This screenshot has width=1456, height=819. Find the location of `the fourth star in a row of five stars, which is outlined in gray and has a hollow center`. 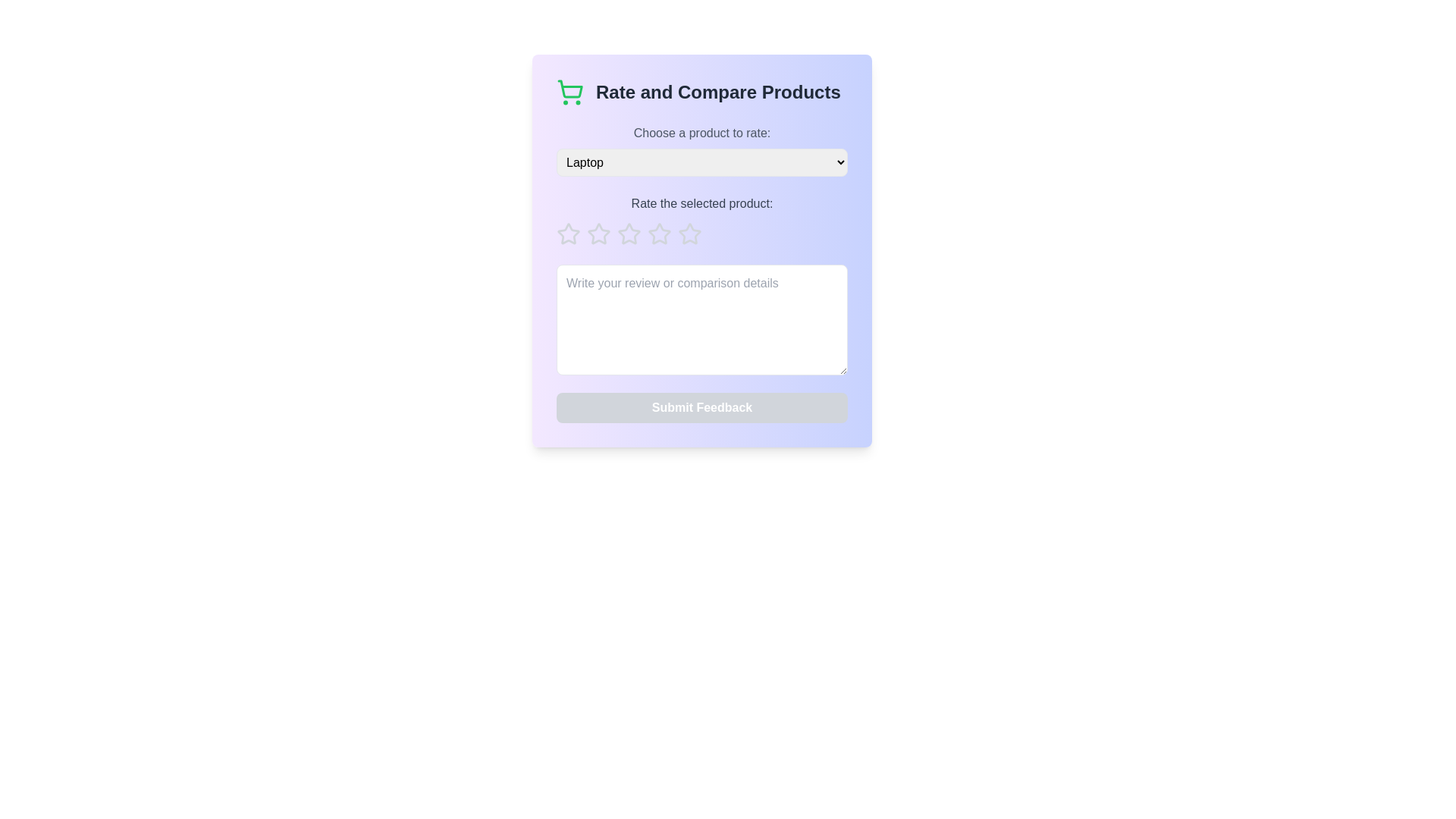

the fourth star in a row of five stars, which is outlined in gray and has a hollow center is located at coordinates (659, 234).